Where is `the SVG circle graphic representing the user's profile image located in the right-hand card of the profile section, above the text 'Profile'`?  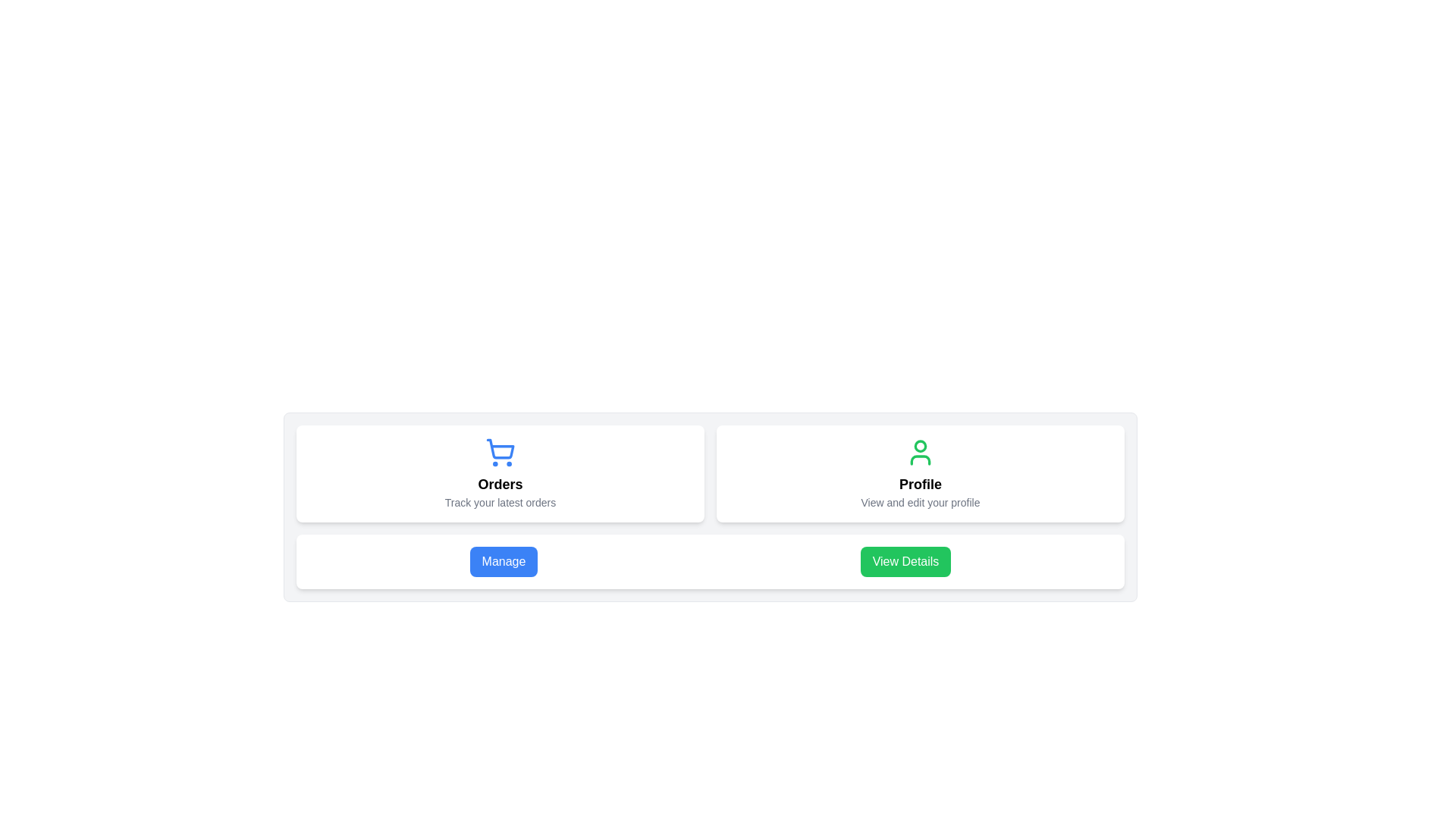
the SVG circle graphic representing the user's profile image located in the right-hand card of the profile section, above the text 'Profile' is located at coordinates (920, 444).